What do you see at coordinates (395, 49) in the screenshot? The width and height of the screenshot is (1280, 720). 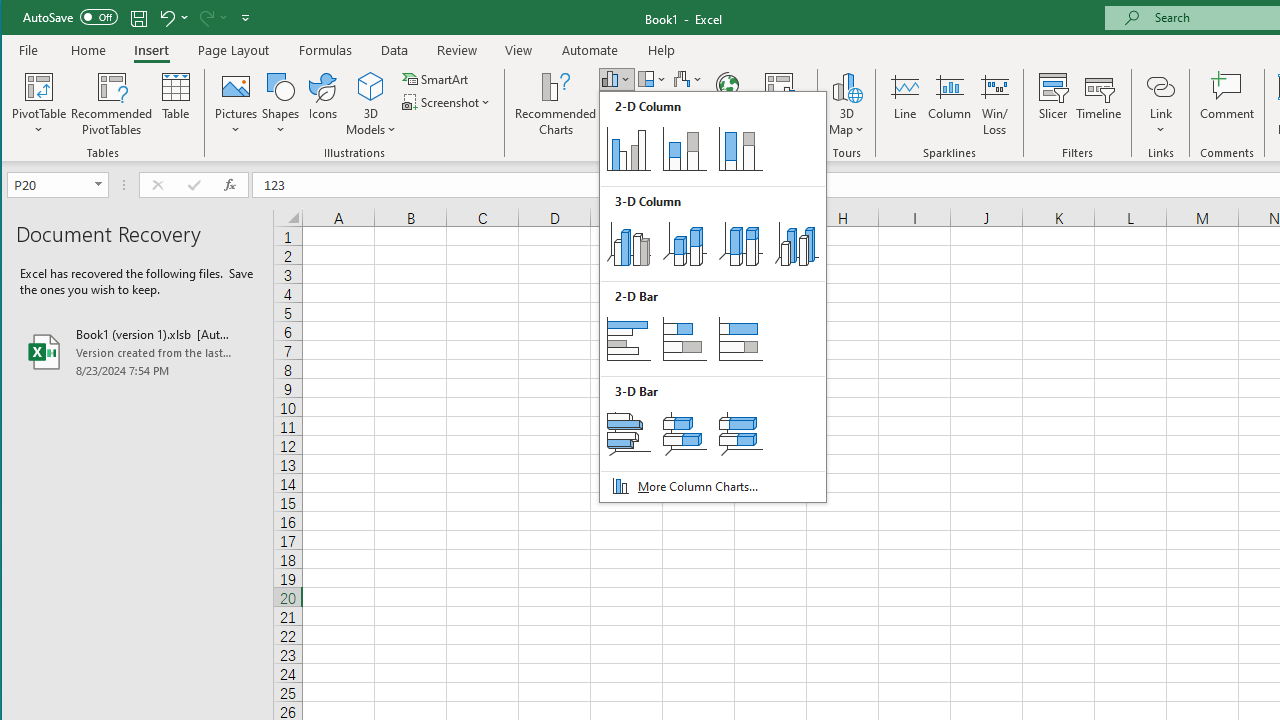 I see `'Data'` at bounding box center [395, 49].